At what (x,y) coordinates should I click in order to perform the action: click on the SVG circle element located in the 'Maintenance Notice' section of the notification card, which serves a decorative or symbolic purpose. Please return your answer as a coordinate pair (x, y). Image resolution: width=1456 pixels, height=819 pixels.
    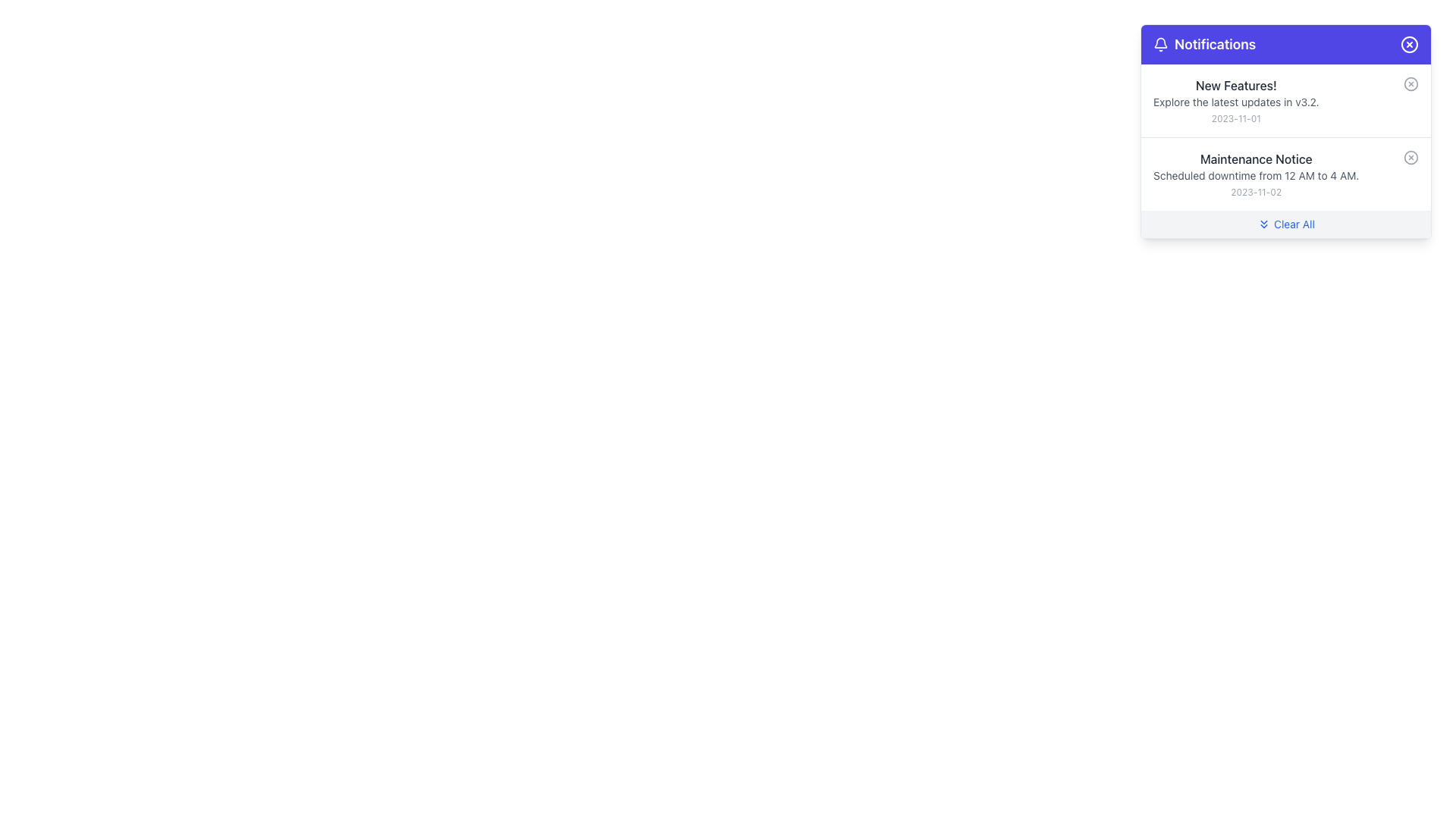
    Looking at the image, I should click on (1410, 158).